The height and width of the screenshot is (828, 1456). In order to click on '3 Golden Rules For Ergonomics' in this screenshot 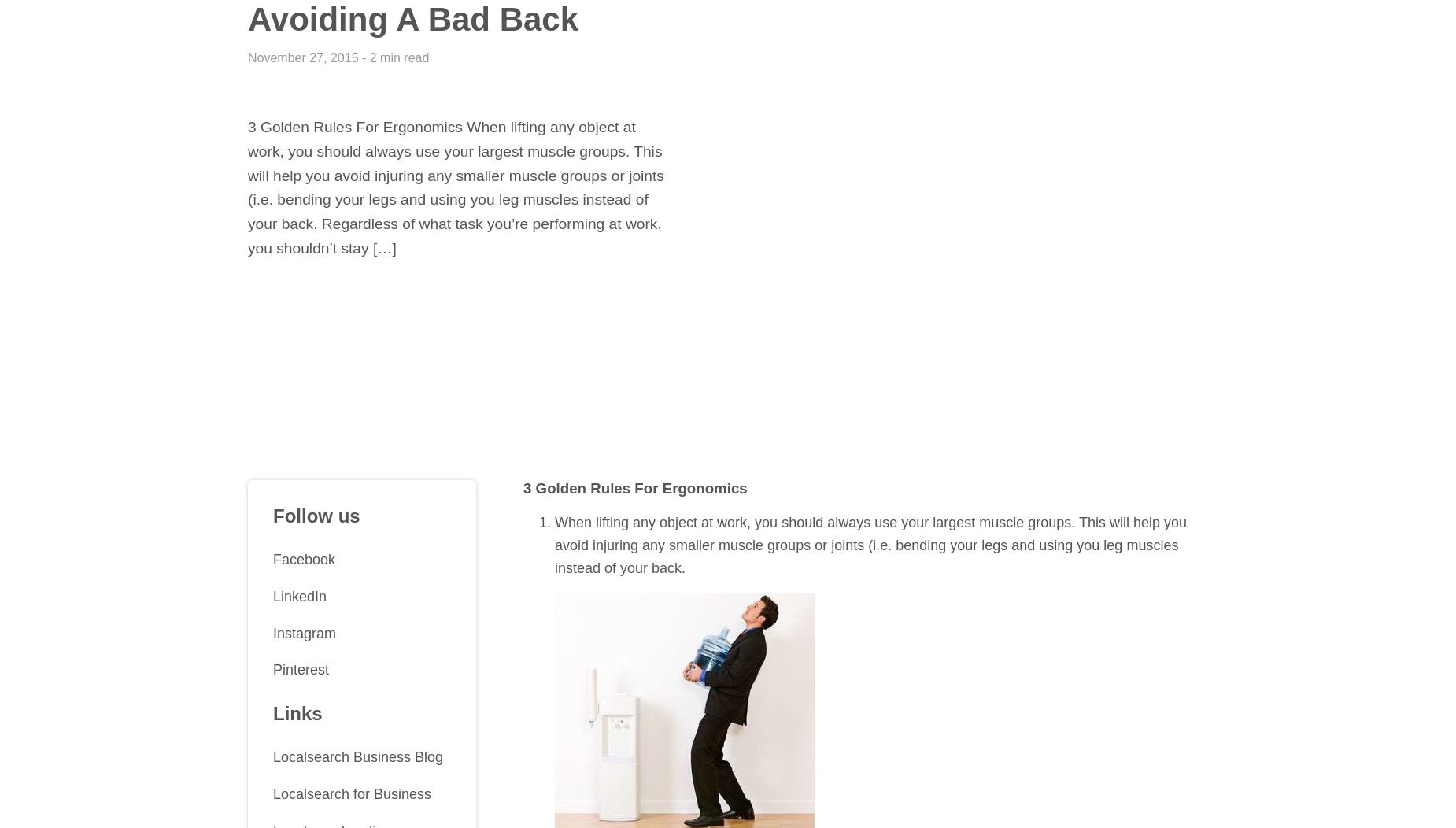, I will do `click(634, 488)`.